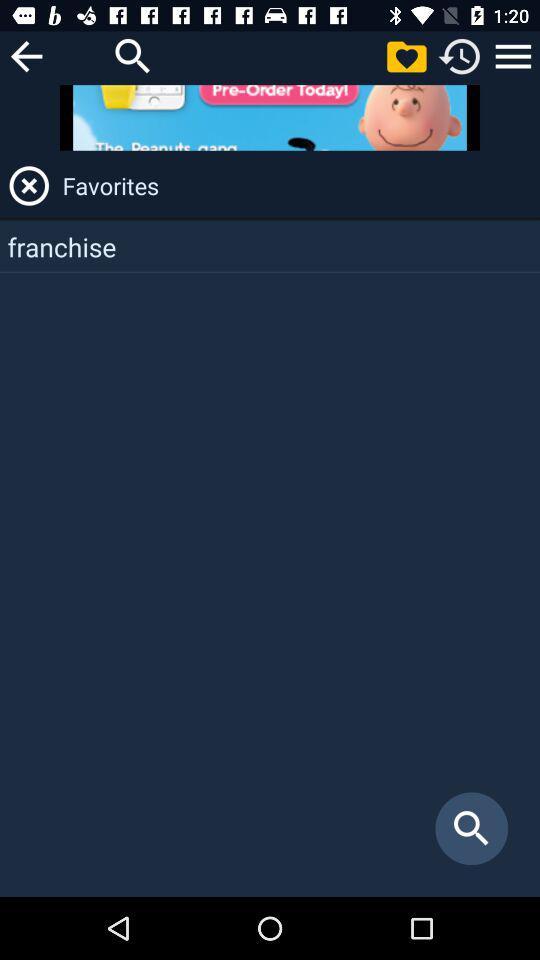 This screenshot has height=960, width=540. What do you see at coordinates (513, 55) in the screenshot?
I see `favorites history` at bounding box center [513, 55].